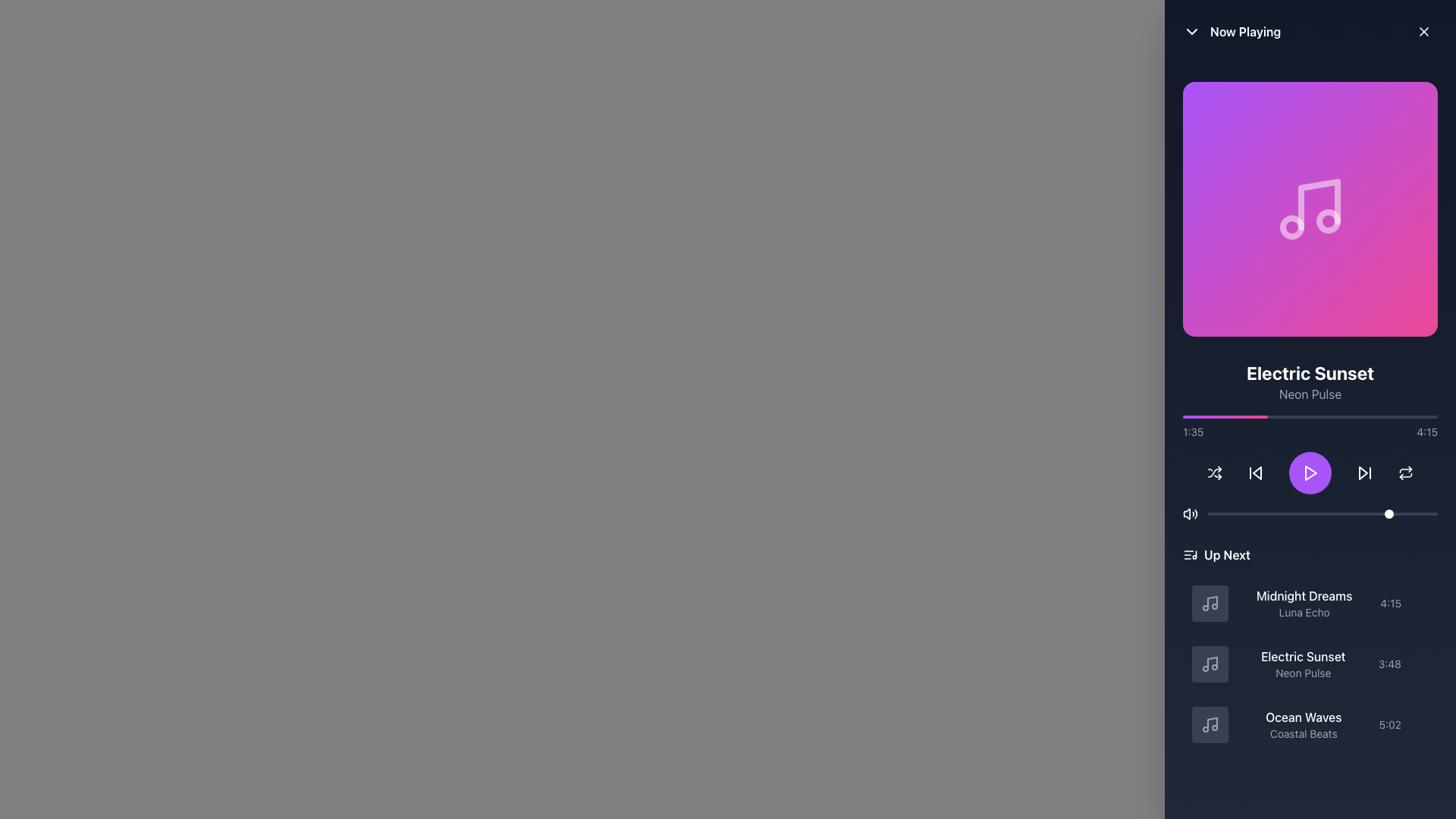  I want to click on the volume slider, so click(1359, 513).